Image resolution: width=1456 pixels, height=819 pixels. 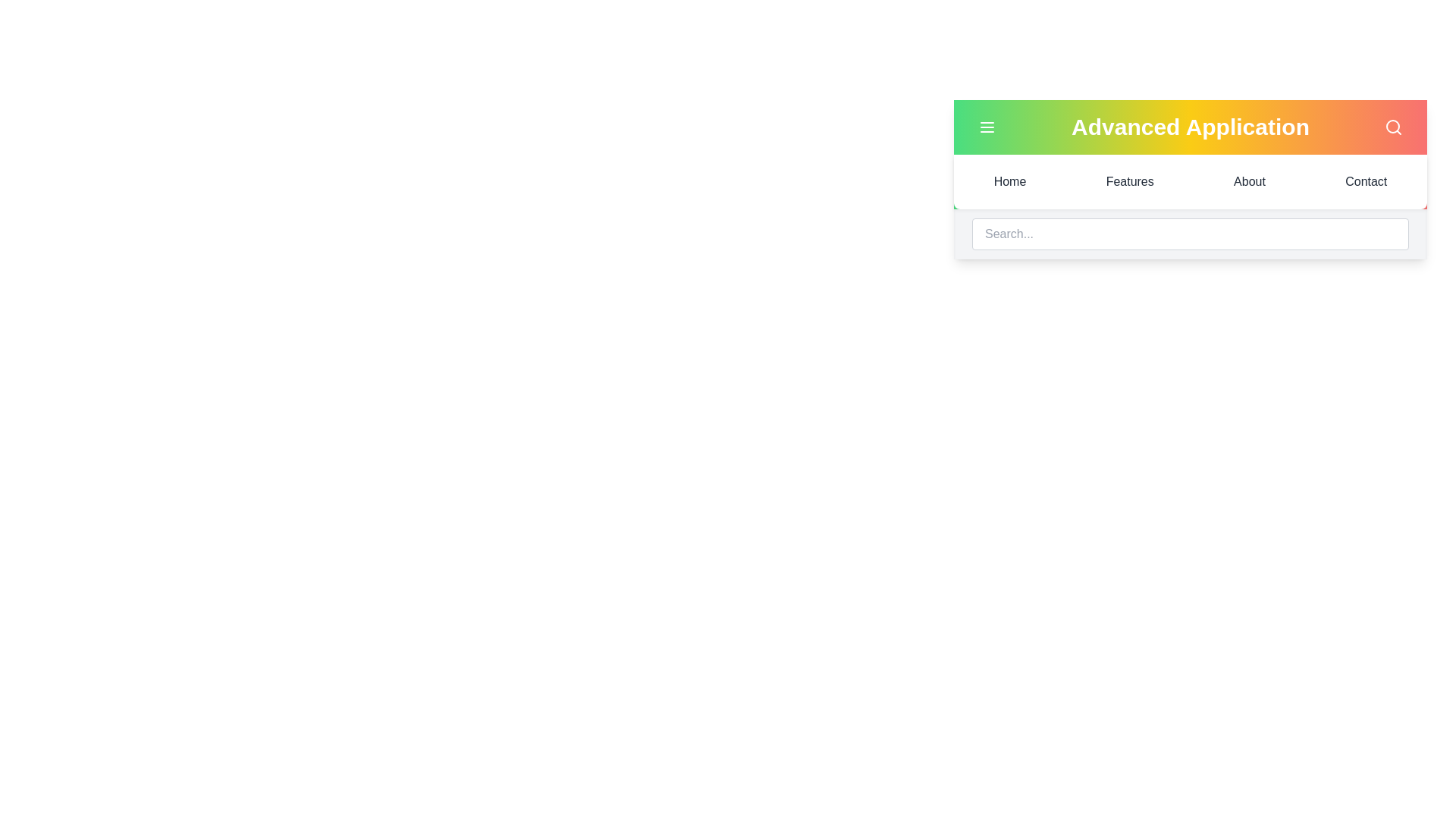 What do you see at coordinates (1130, 180) in the screenshot?
I see `the menu item Features to navigate` at bounding box center [1130, 180].